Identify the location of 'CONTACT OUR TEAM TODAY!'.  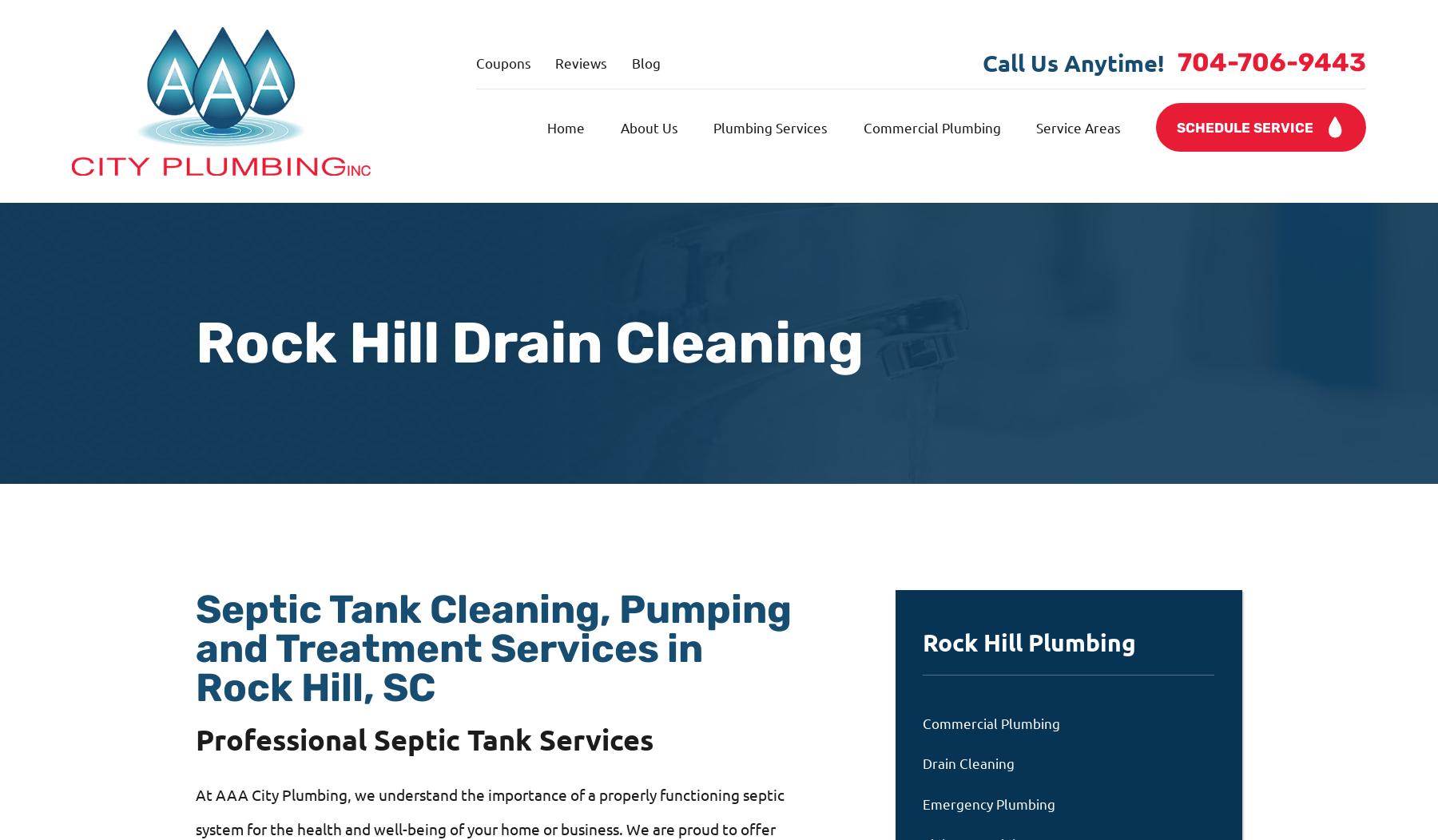
(433, 599).